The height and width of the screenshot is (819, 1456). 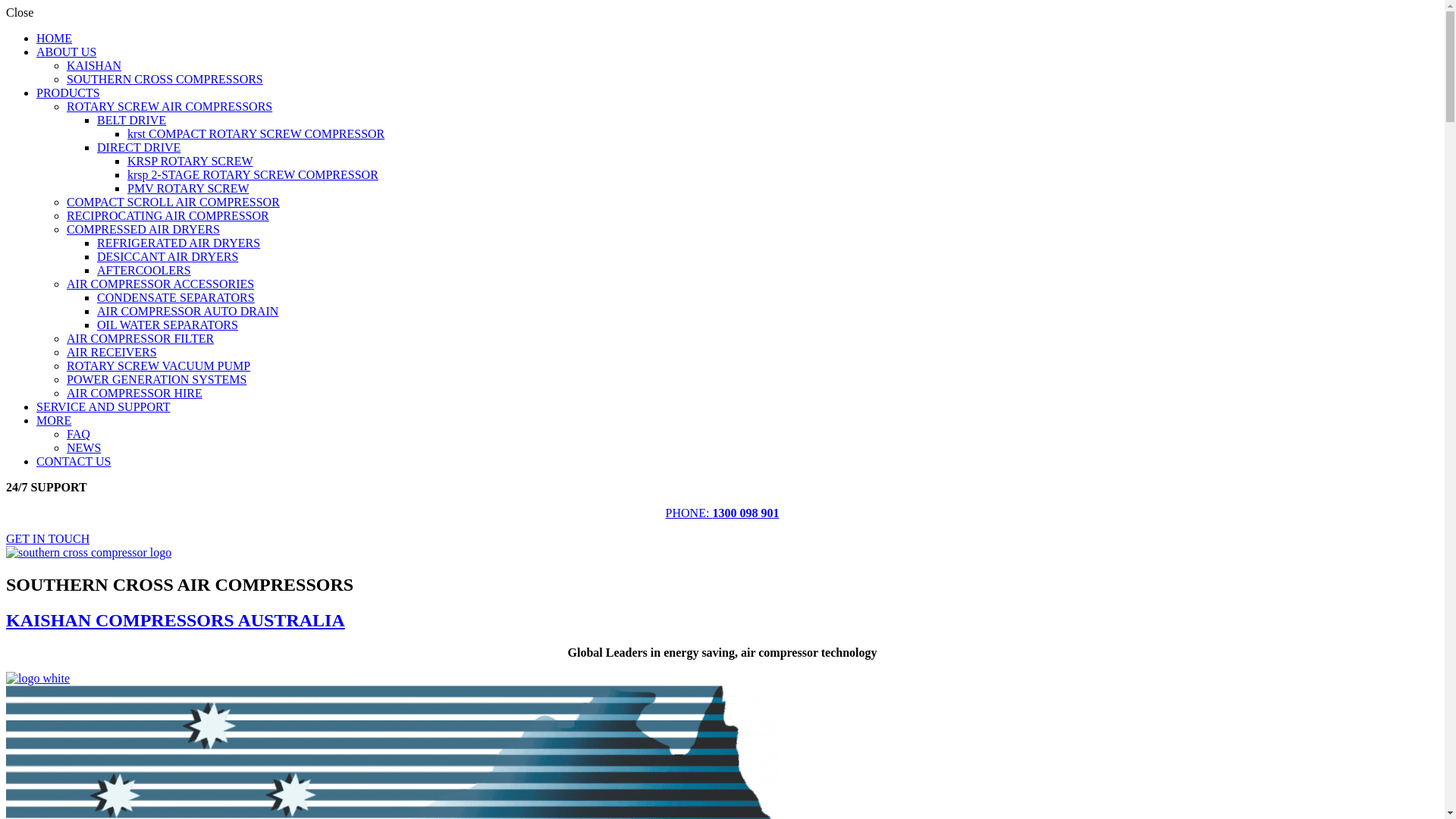 I want to click on 'RECIPROCATING AIR COMPRESSOR', so click(x=168, y=215).